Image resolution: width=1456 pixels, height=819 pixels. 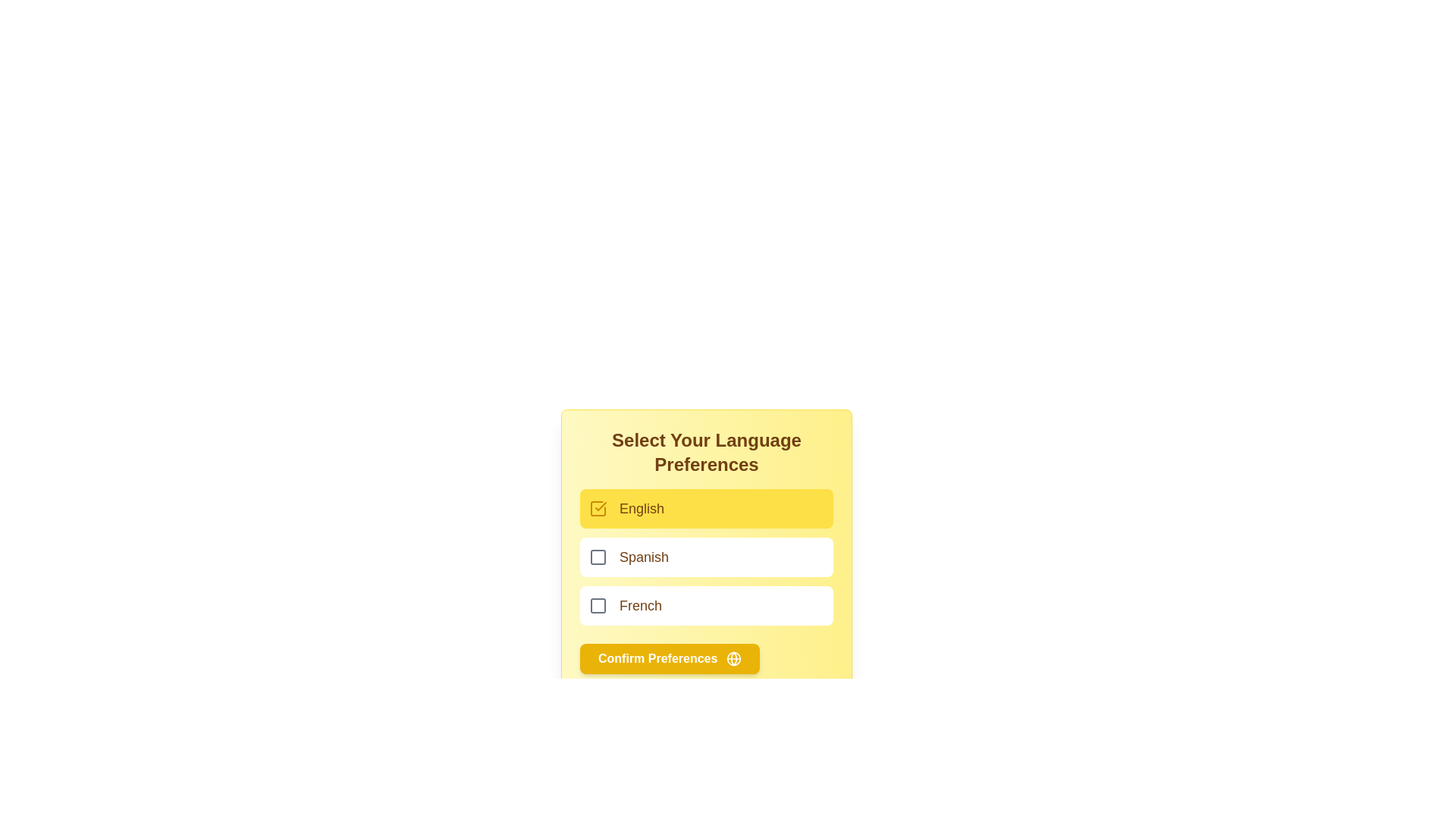 What do you see at coordinates (644, 557) in the screenshot?
I see `the text label displaying 'Spanish', which is a large brownish-yellow text aligned with a checkbox in the language selection list` at bounding box center [644, 557].